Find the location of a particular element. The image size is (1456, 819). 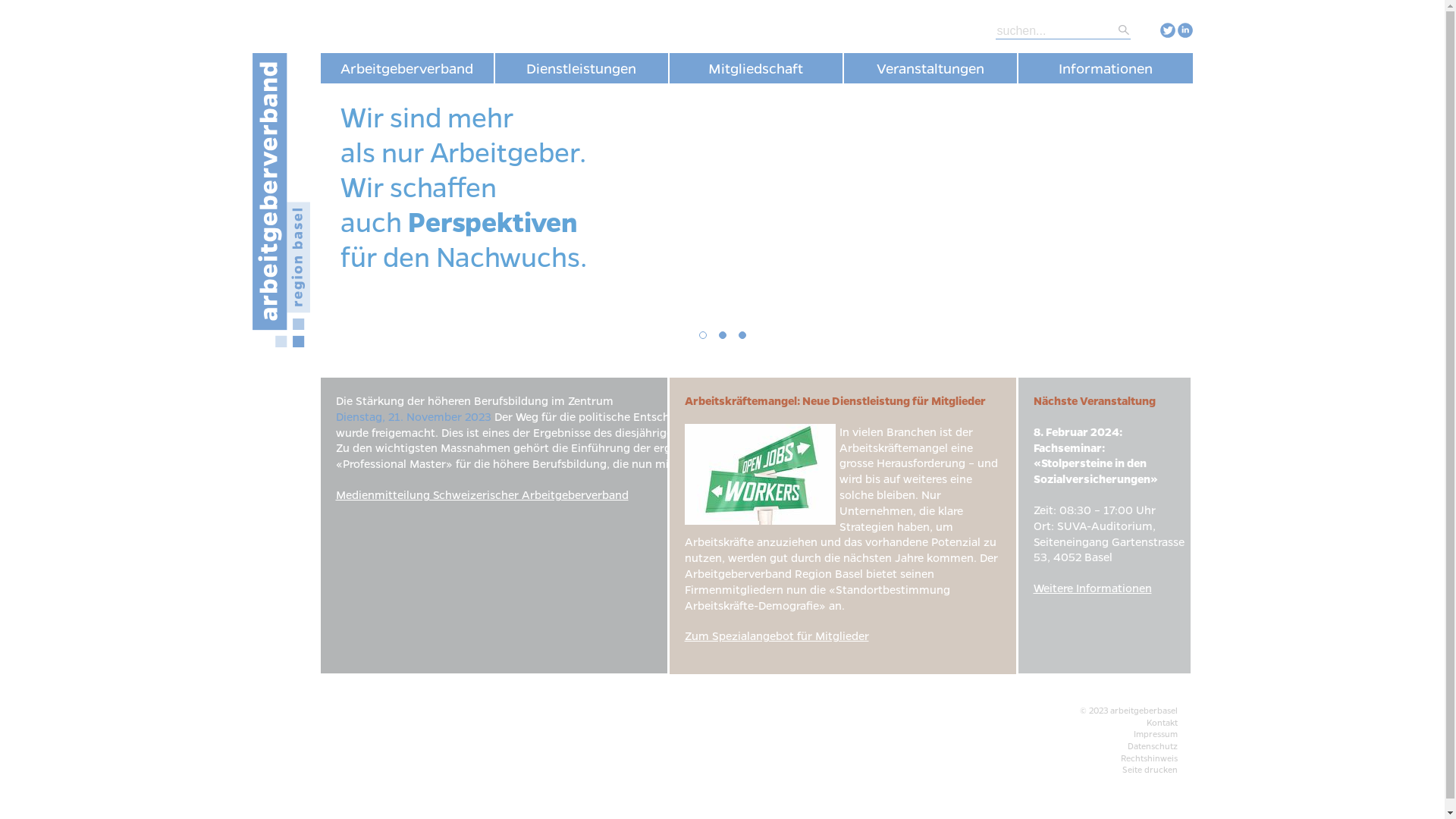

'Datenschutz' is located at coordinates (1151, 745).